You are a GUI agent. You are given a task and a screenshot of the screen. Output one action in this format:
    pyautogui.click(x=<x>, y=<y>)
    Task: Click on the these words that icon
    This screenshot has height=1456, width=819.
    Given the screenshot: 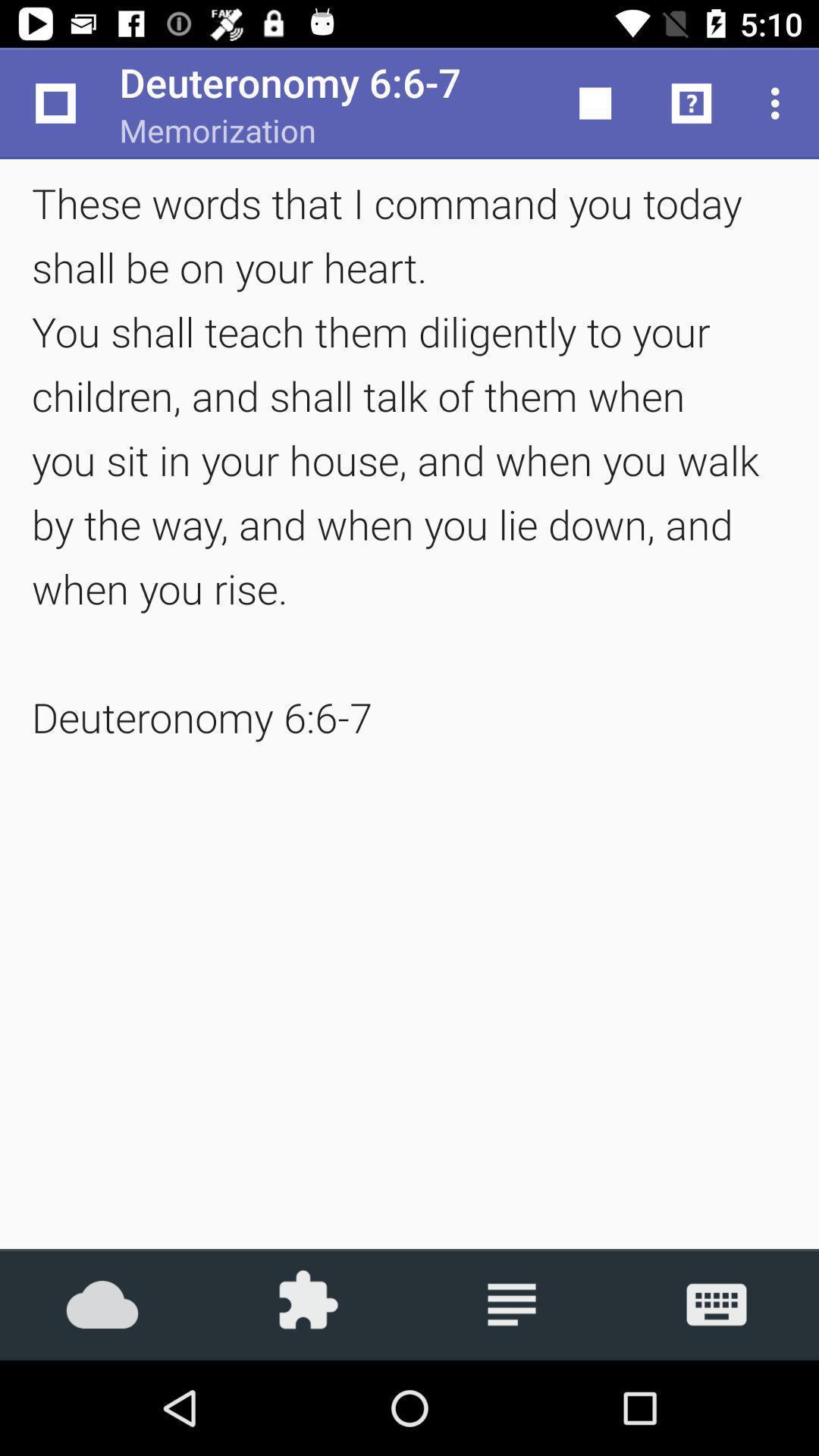 What is the action you would take?
    pyautogui.click(x=409, y=459)
    